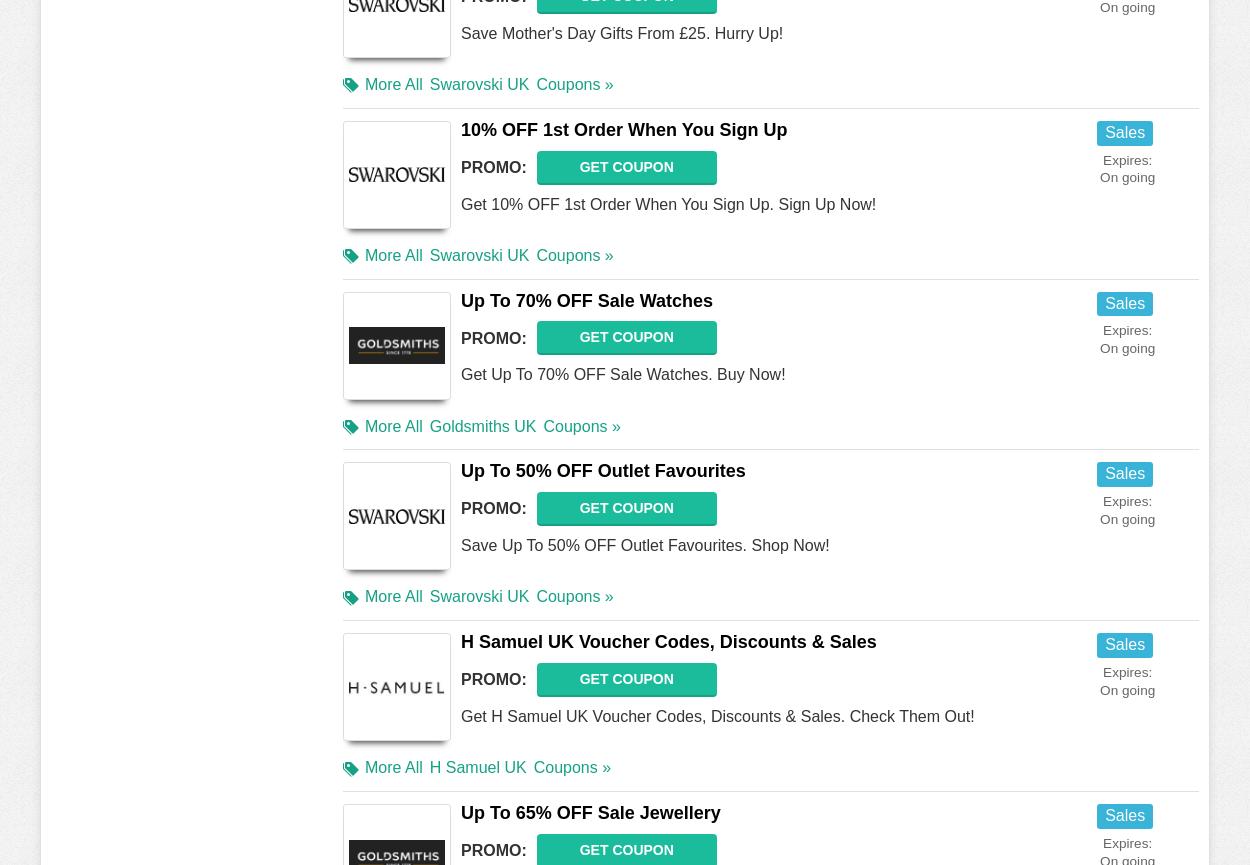 Image resolution: width=1250 pixels, height=865 pixels. Describe the element at coordinates (476, 766) in the screenshot. I see `'H Samuel UK'` at that location.